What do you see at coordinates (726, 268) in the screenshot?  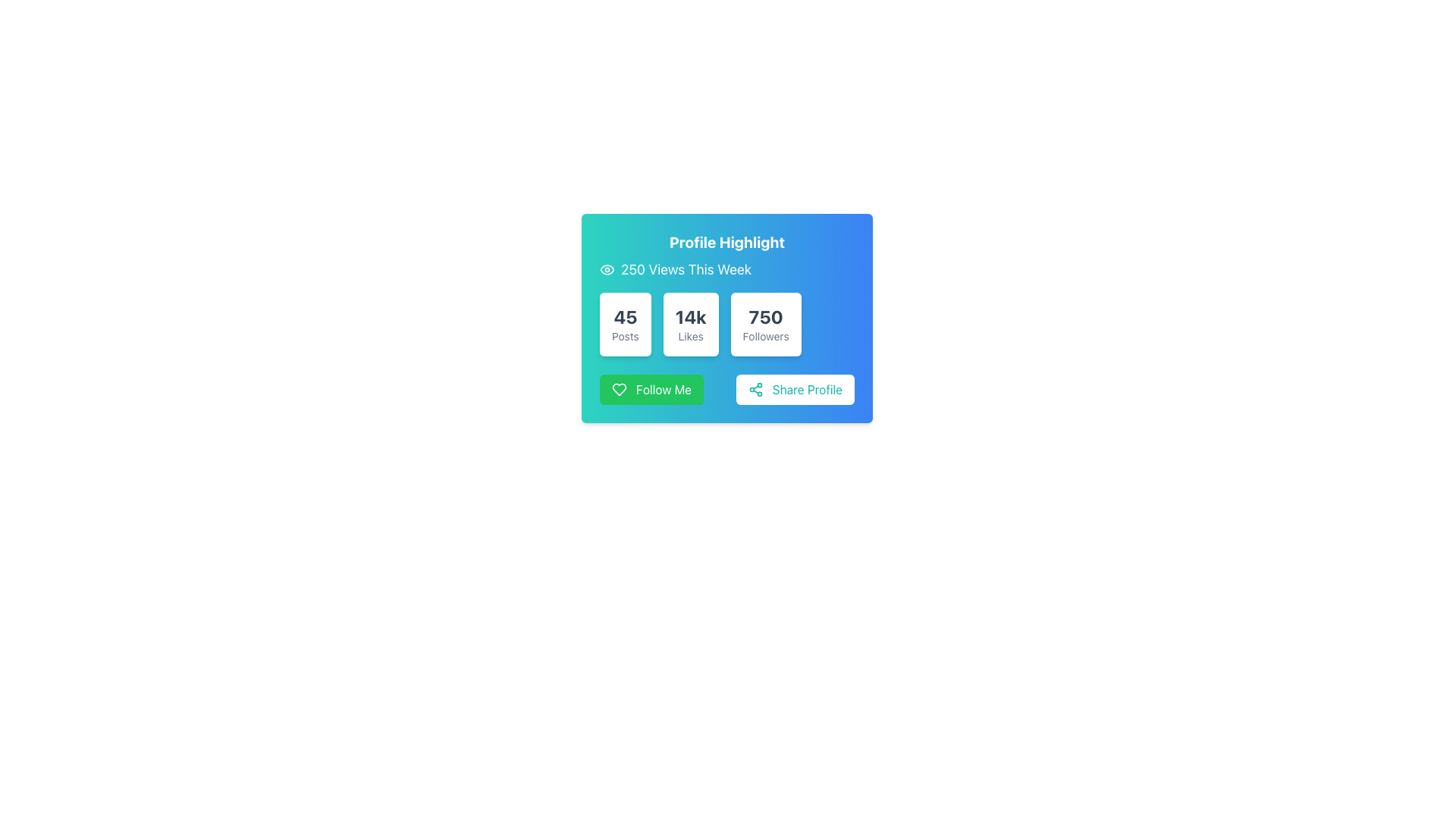 I see `the '250 Views This Week' text label with an eye icon located within the 'Profile Highlight' card component` at bounding box center [726, 268].